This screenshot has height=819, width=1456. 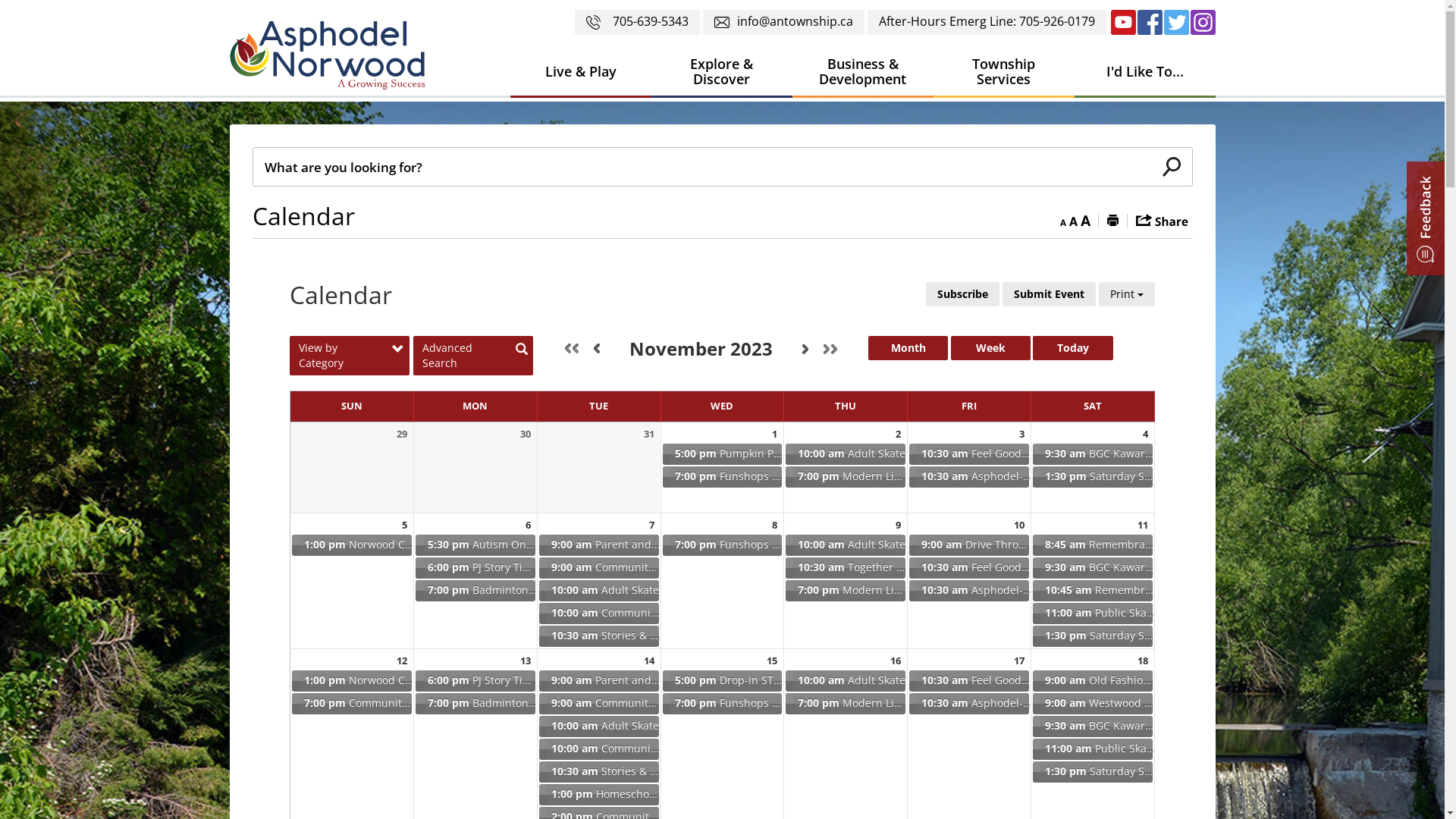 I want to click on 'Live & Play', so click(x=579, y=72).